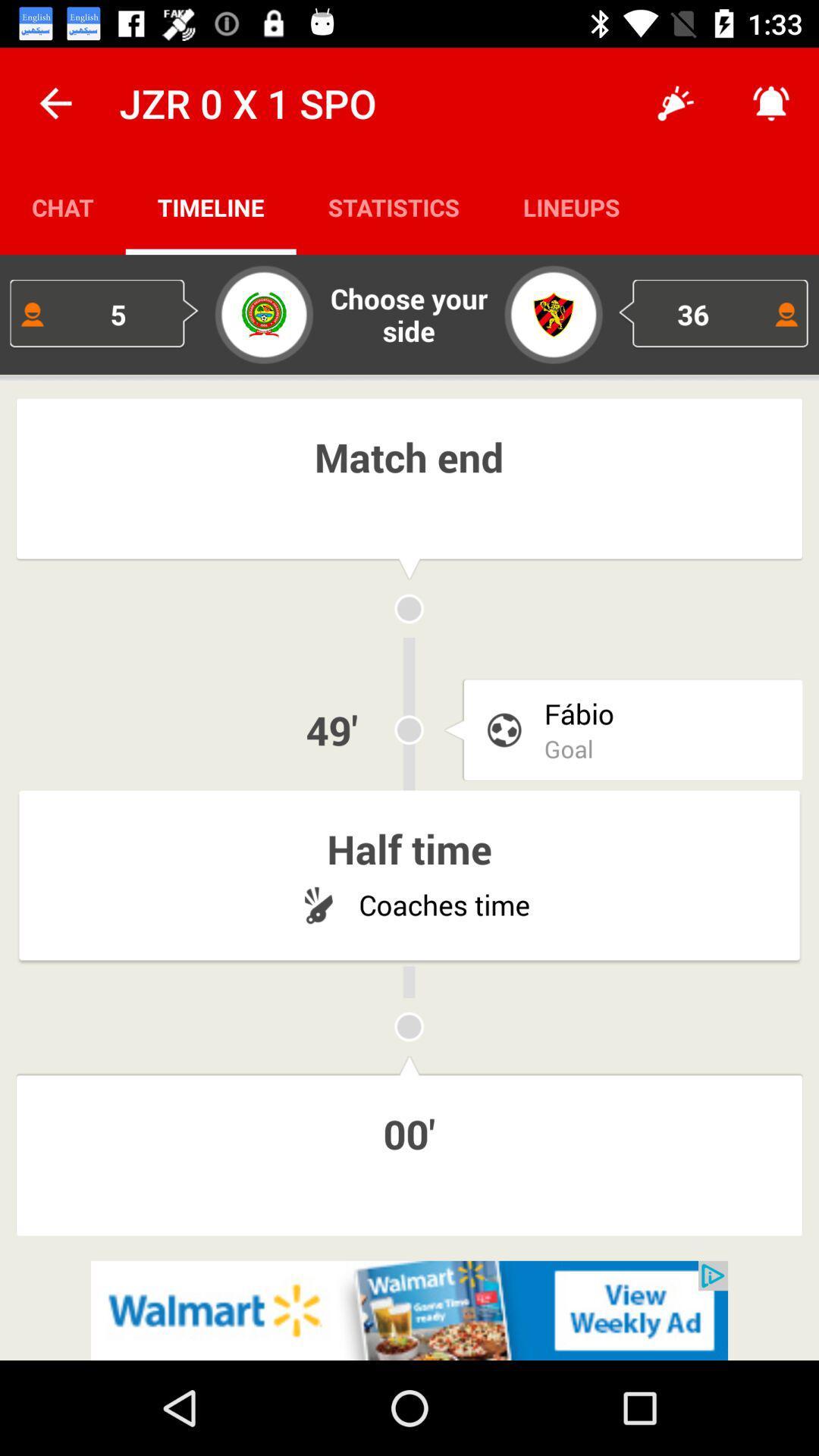 This screenshot has height=1456, width=819. Describe the element at coordinates (263, 314) in the screenshot. I see `the image on the left to the text choose your side on the web page` at that location.